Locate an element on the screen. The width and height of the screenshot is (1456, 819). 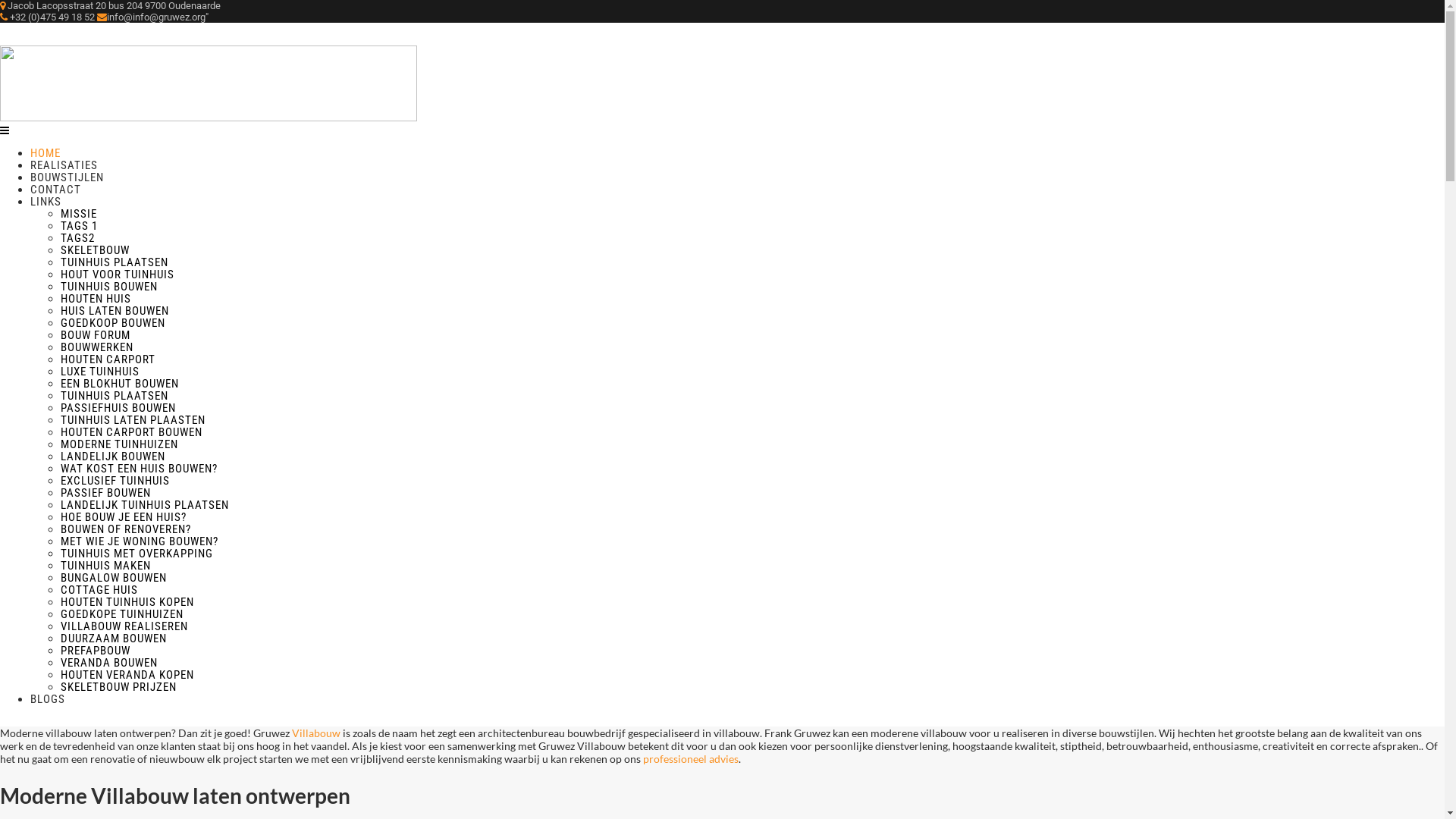
'CONTACT' is located at coordinates (55, 189).